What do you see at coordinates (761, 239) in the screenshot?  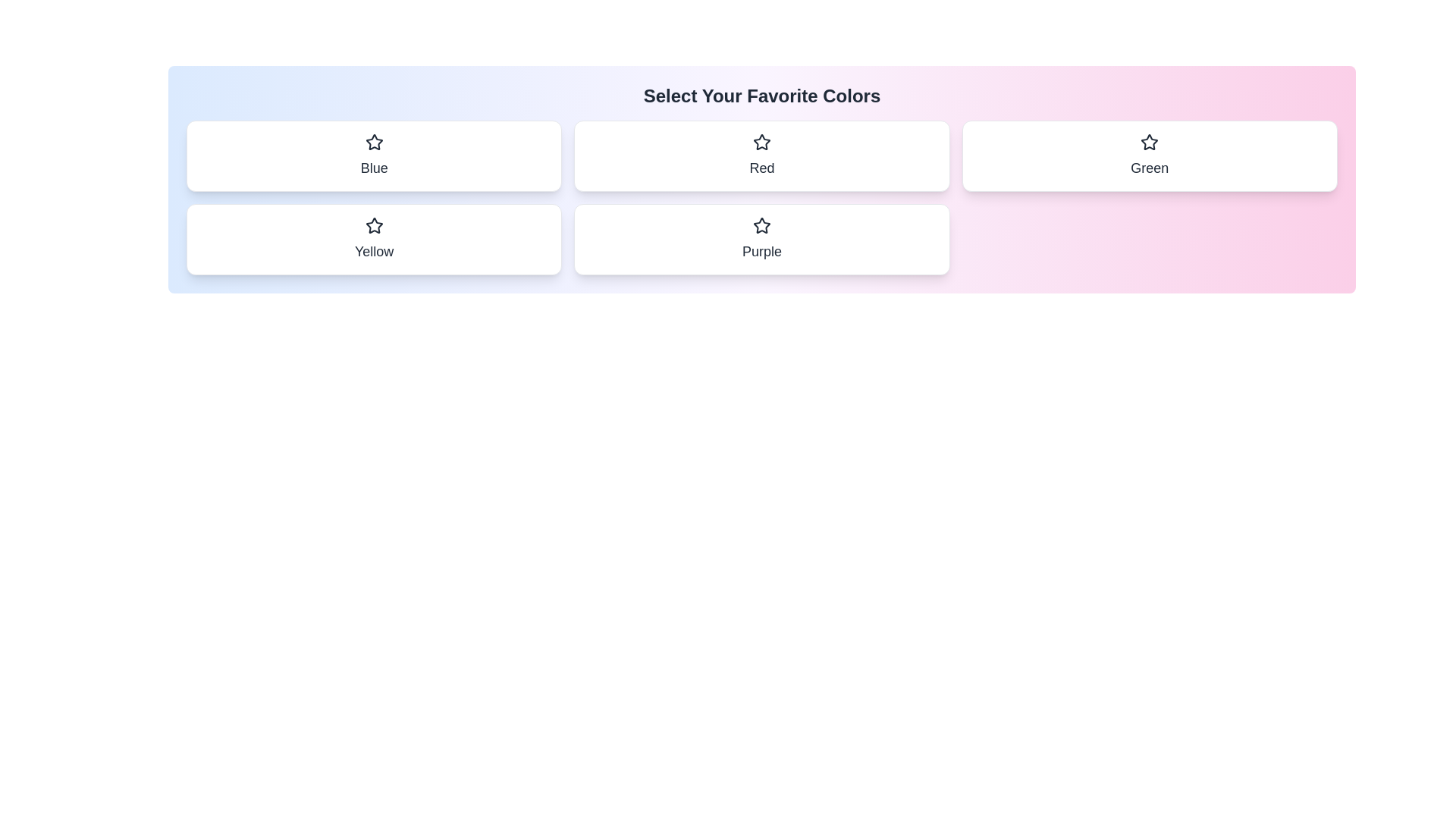 I see `the color chip labeled Purple` at bounding box center [761, 239].